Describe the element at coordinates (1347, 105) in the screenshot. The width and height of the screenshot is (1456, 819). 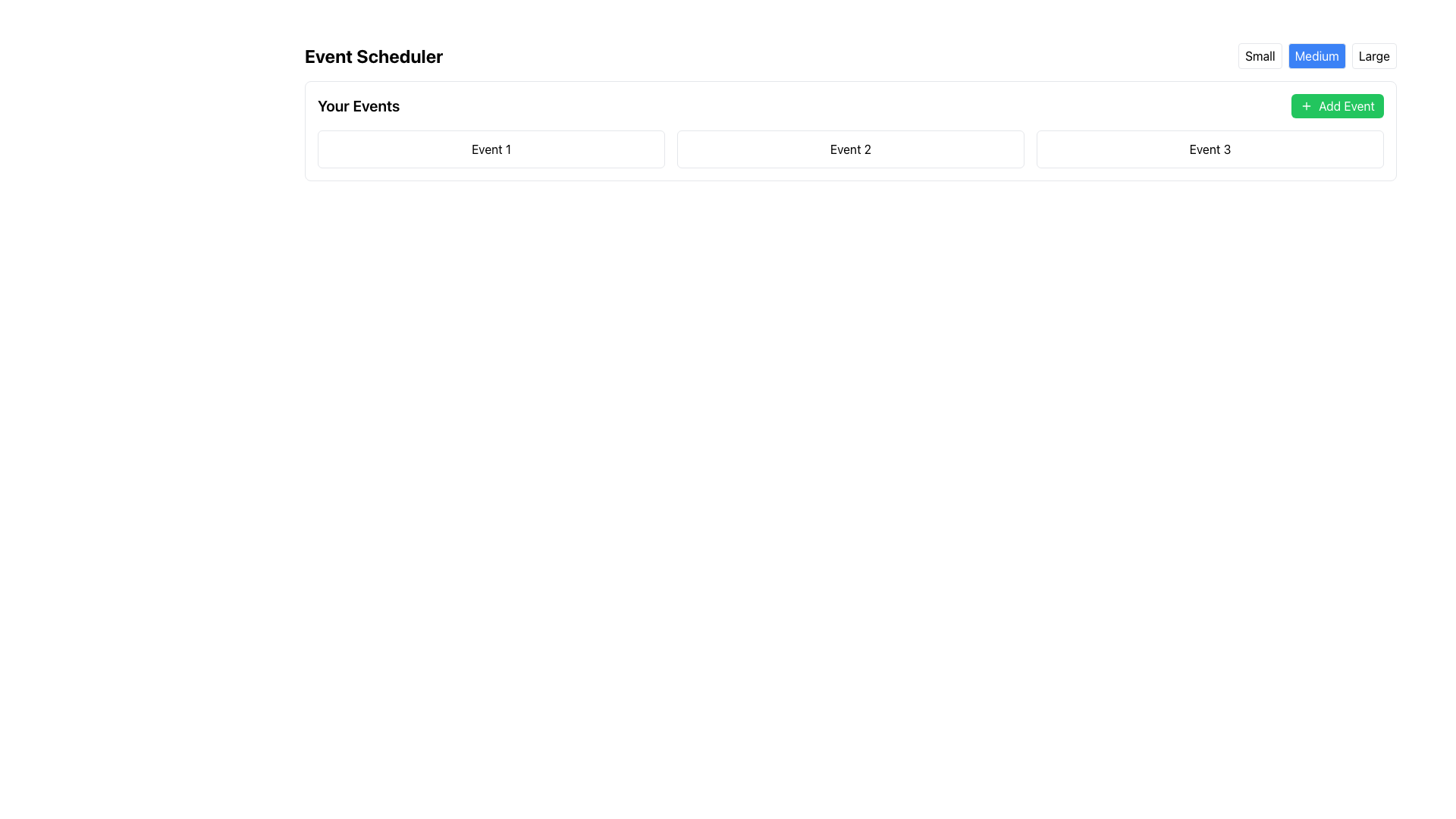
I see `text of the label that describes the purpose of the button for adding a new event, which is positioned within a green button in the top-right area of the 'Your Events' section, adjacent to a '+' icon` at that location.